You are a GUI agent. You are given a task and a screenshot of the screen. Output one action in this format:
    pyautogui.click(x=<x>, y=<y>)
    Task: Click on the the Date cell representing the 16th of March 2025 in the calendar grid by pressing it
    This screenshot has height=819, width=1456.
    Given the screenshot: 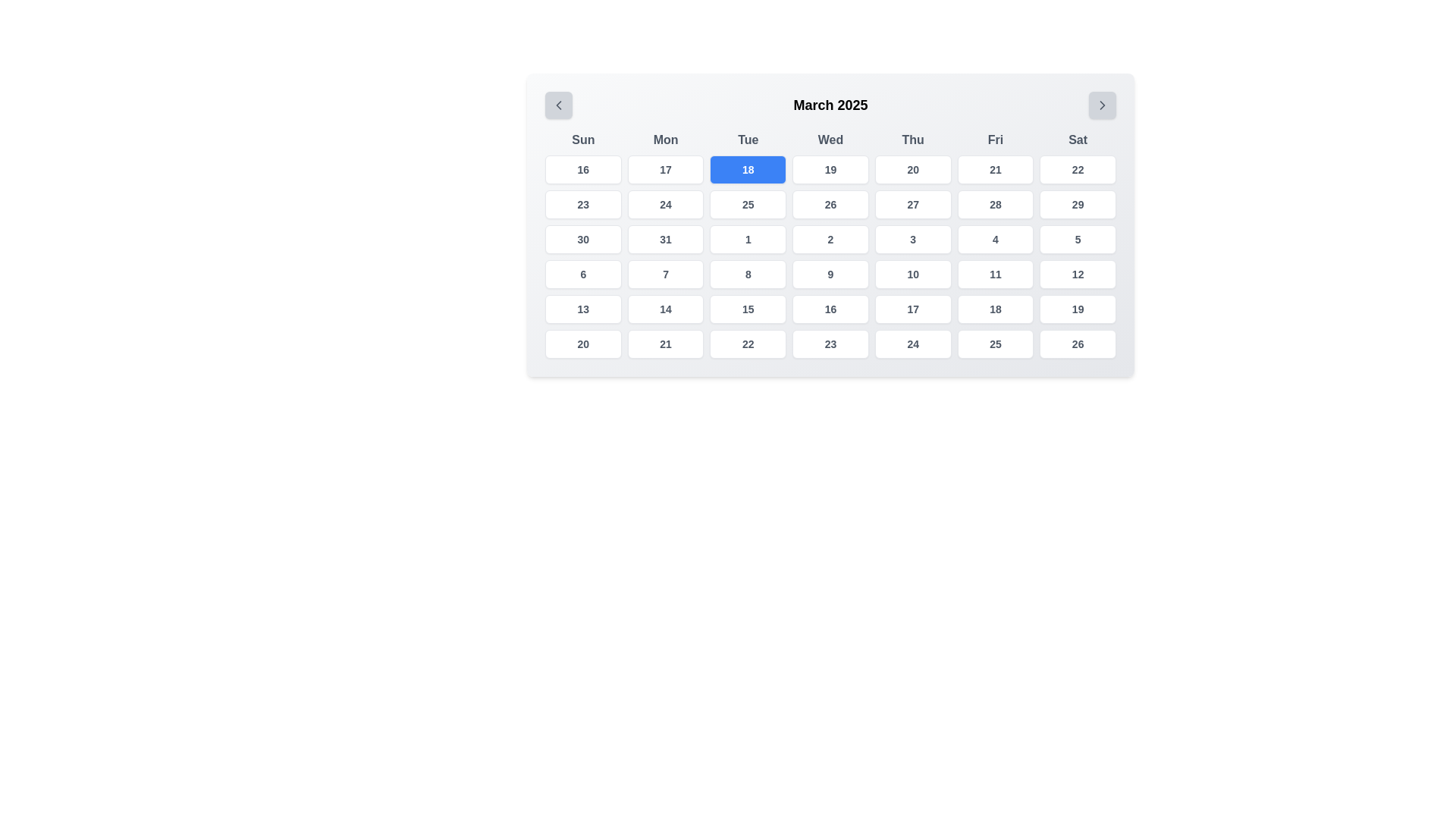 What is the action you would take?
    pyautogui.click(x=830, y=309)
    